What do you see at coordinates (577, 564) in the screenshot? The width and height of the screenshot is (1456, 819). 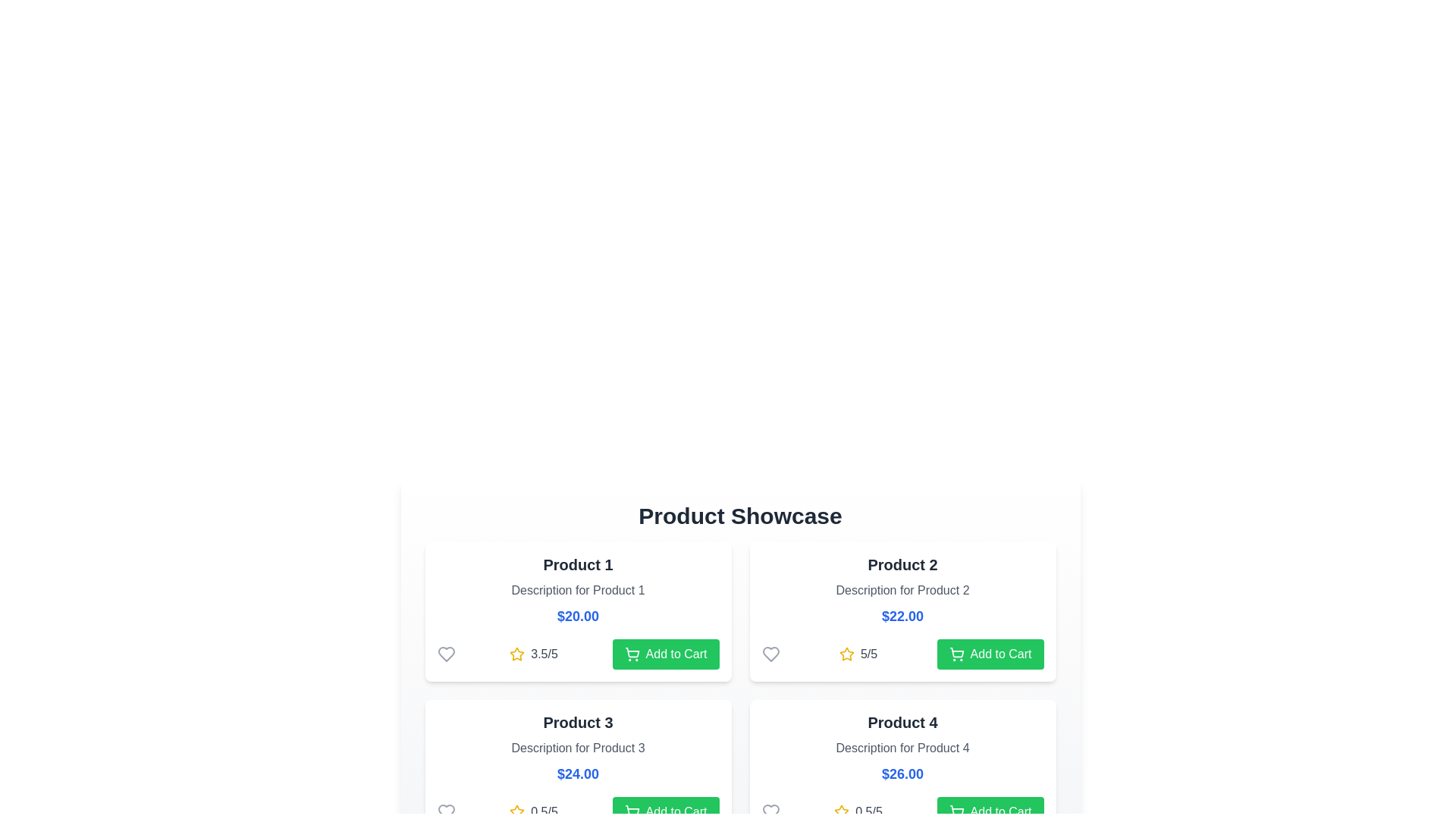 I see `the text label displaying 'Product 1' which is bold and large, positioned at the top of the first product card in the grid layout under 'Product Showcase'` at bounding box center [577, 564].